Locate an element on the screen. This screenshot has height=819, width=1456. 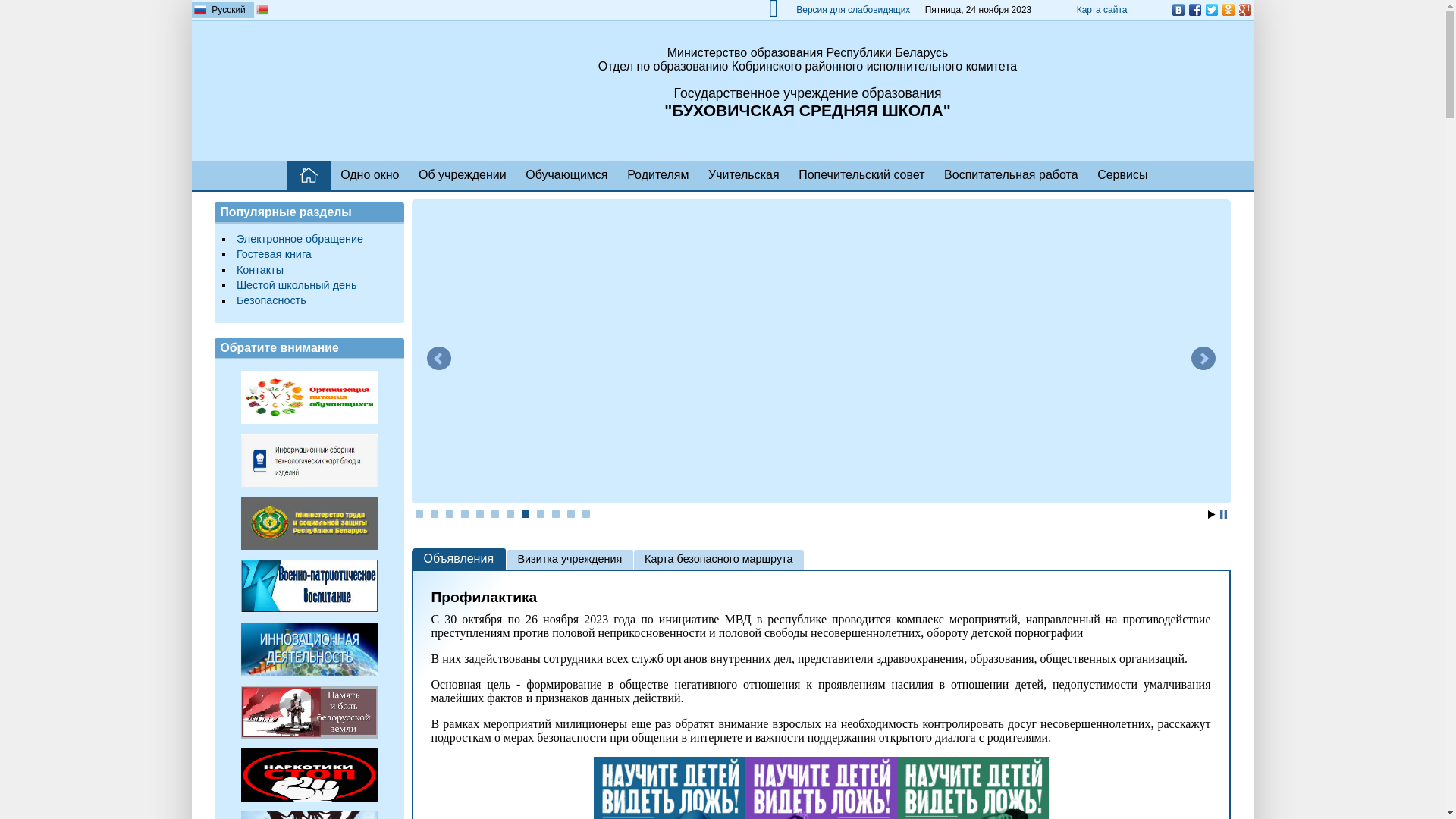
'3' is located at coordinates (449, 513).